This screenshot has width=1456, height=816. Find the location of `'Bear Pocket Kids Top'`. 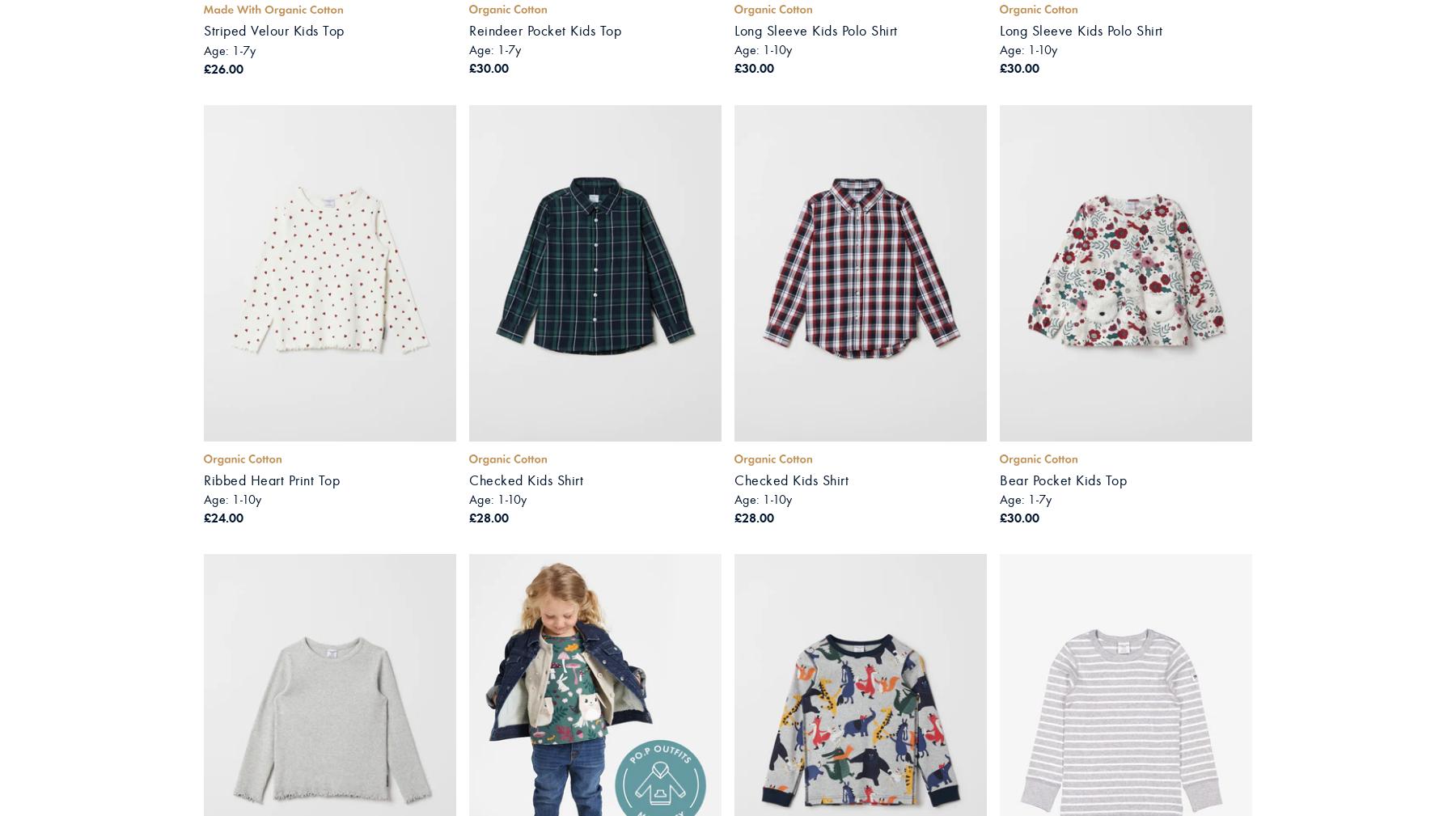

'Bear Pocket Kids Top' is located at coordinates (1063, 480).